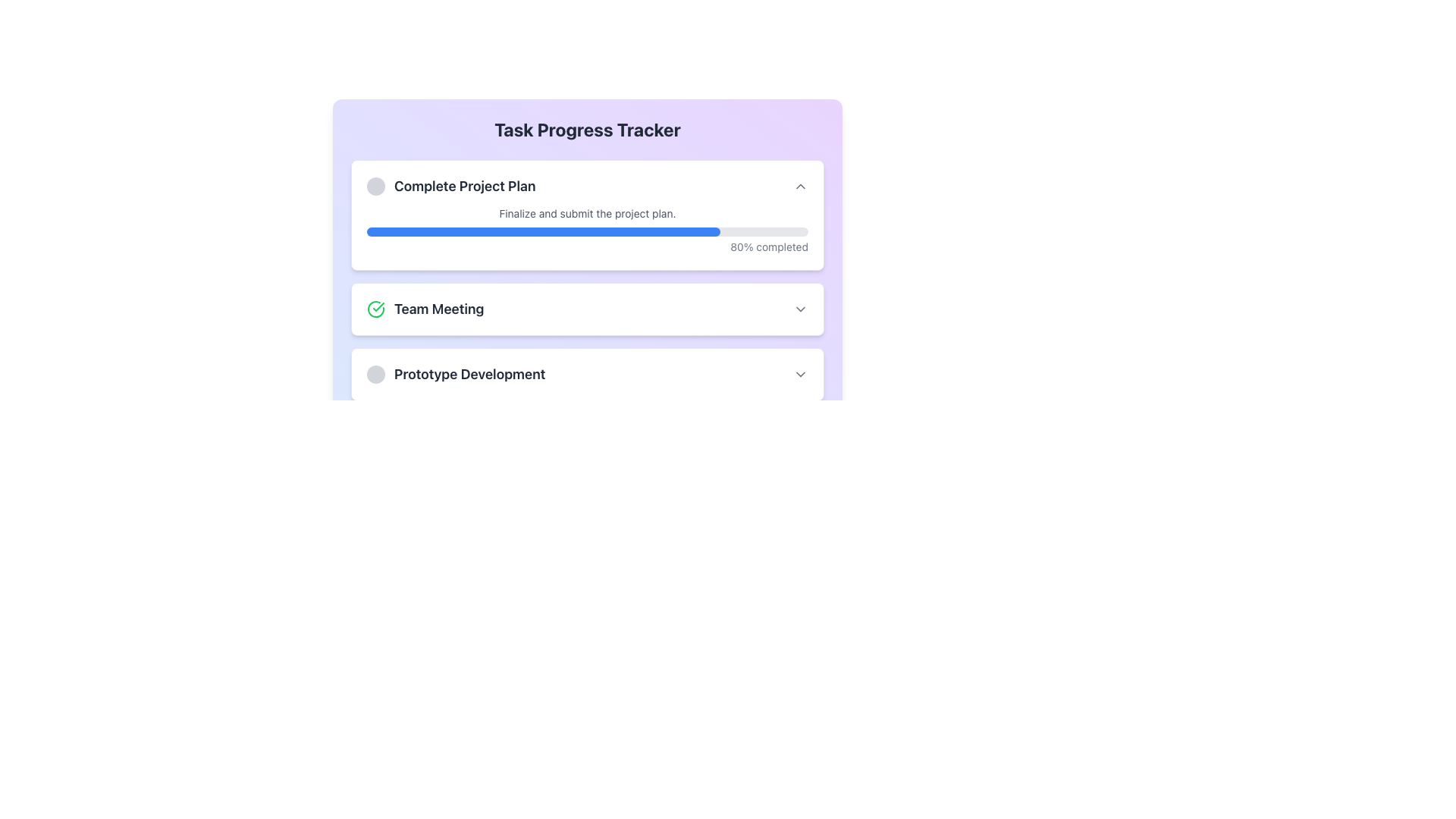  I want to click on the decorative icon located in the top task item labeled 'Complete Project Plan' in the 'Task Progress Tracker' interface, which is the leftmost element preceding the task's title, so click(375, 186).